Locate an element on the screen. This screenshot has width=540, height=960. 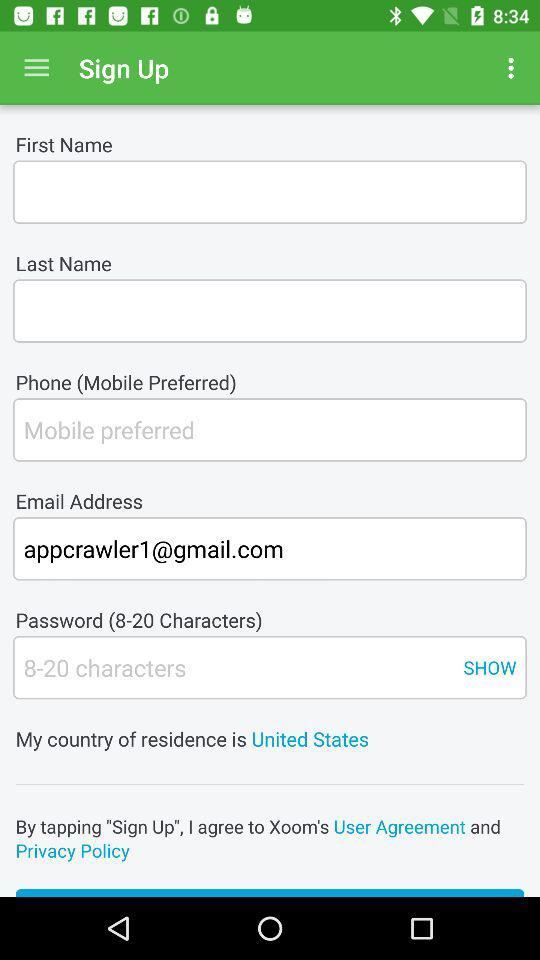
the fifth checkbox is located at coordinates (232, 667).